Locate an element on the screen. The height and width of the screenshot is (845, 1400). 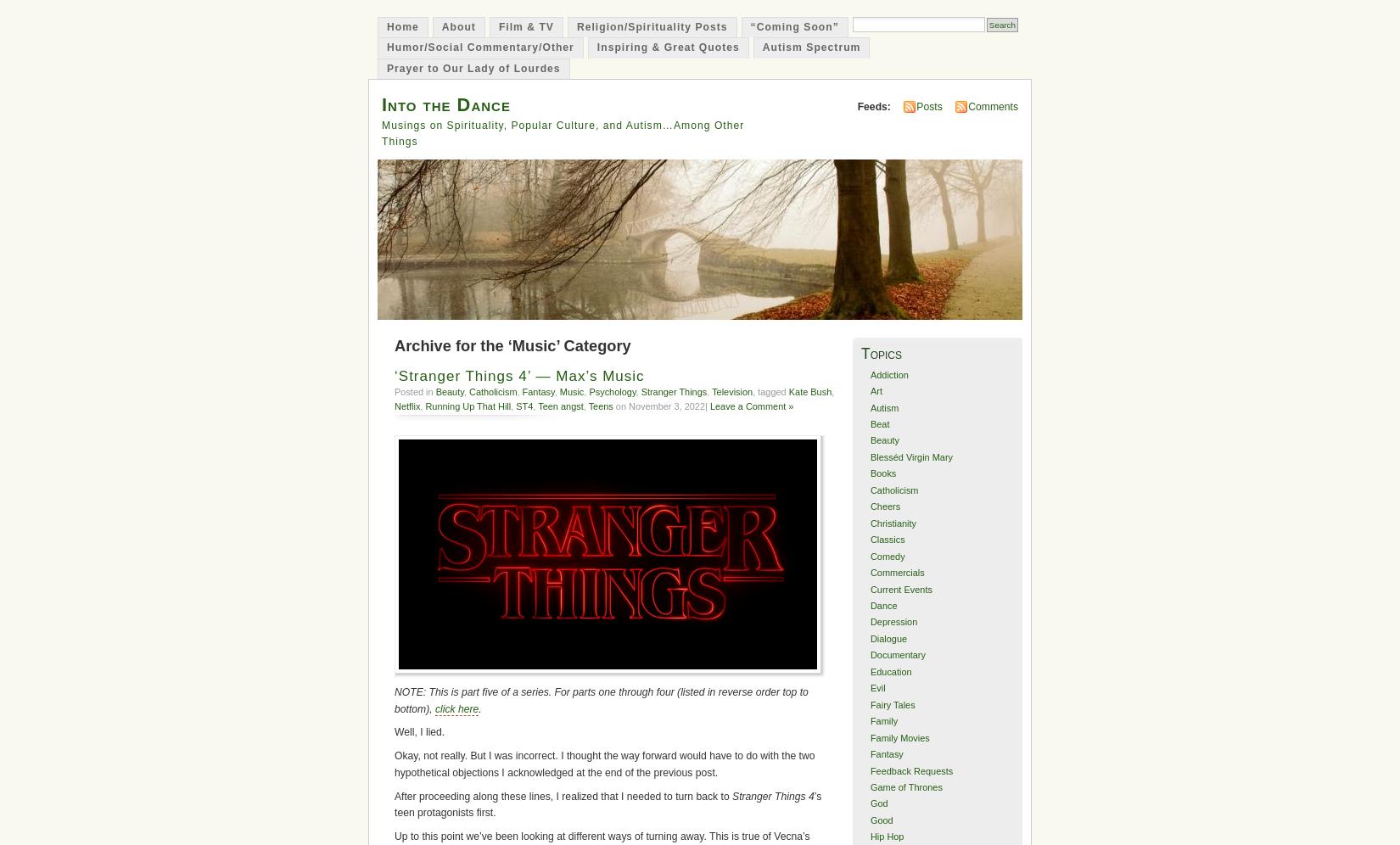
'Television' is located at coordinates (731, 390).